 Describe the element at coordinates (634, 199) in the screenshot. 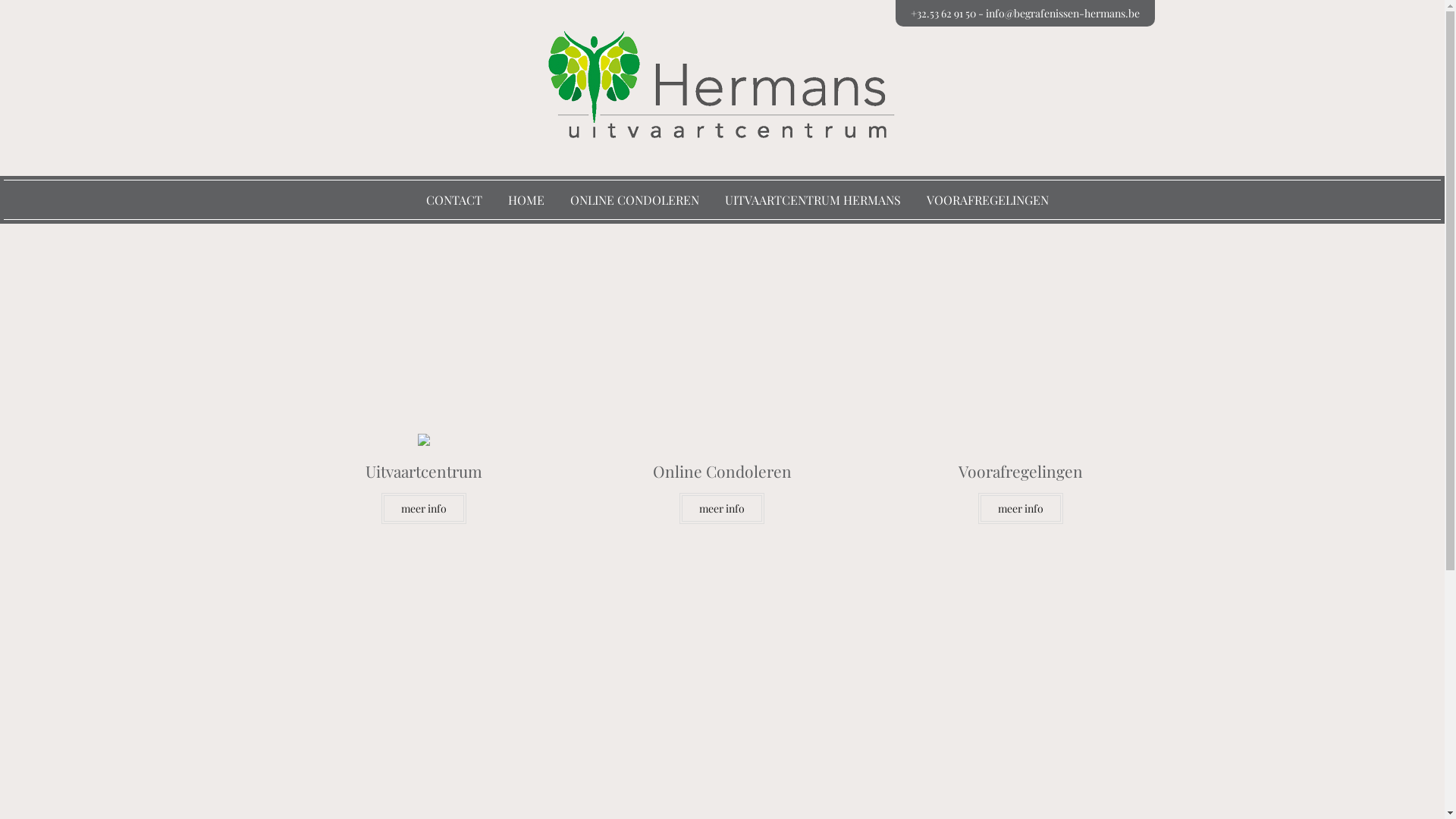

I see `'ONLINE CONDOLEREN'` at that location.